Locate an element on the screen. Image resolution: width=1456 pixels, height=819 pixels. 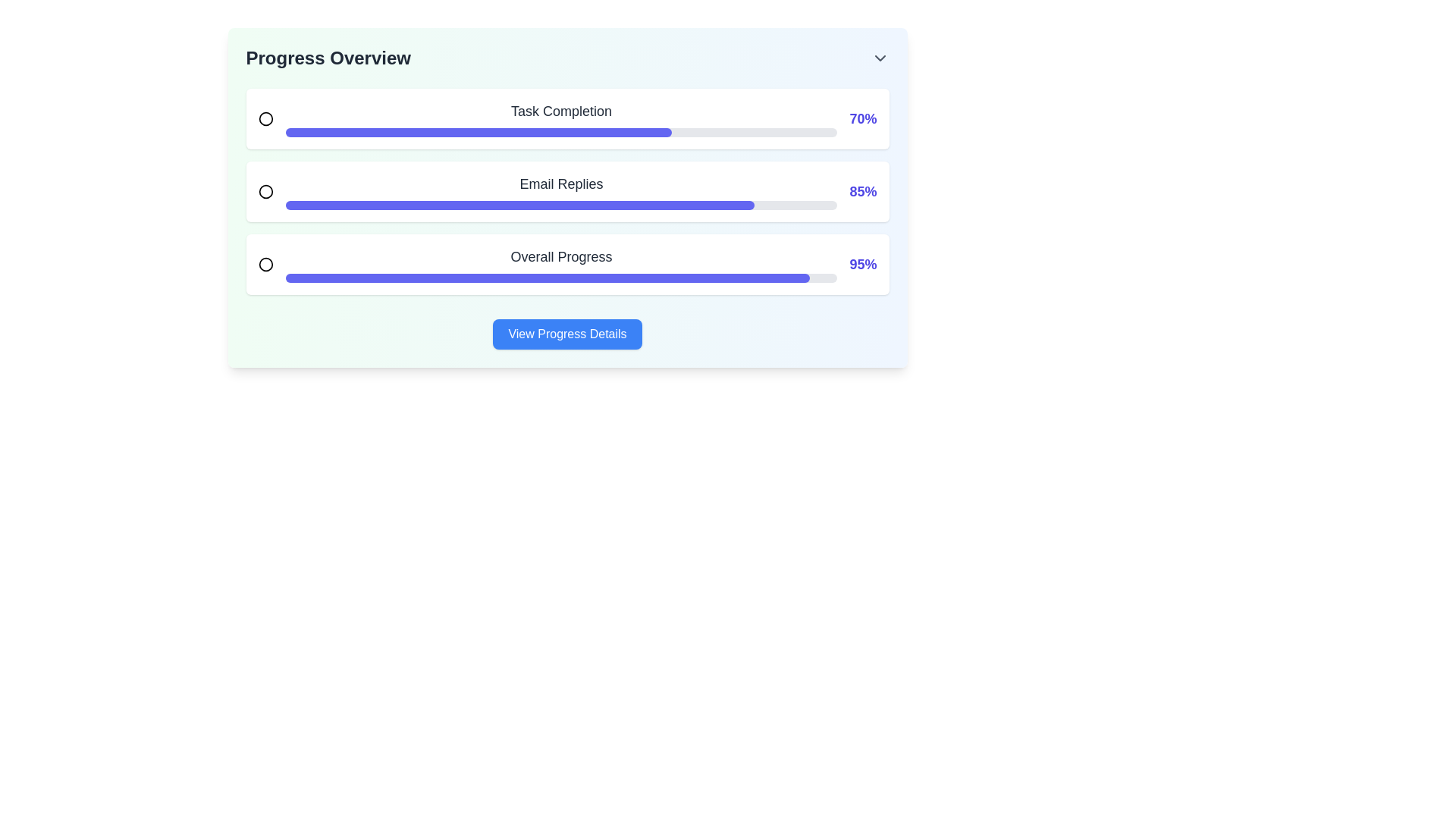
the 'Email Replies' progress bar to gather further context about its status is located at coordinates (560, 191).